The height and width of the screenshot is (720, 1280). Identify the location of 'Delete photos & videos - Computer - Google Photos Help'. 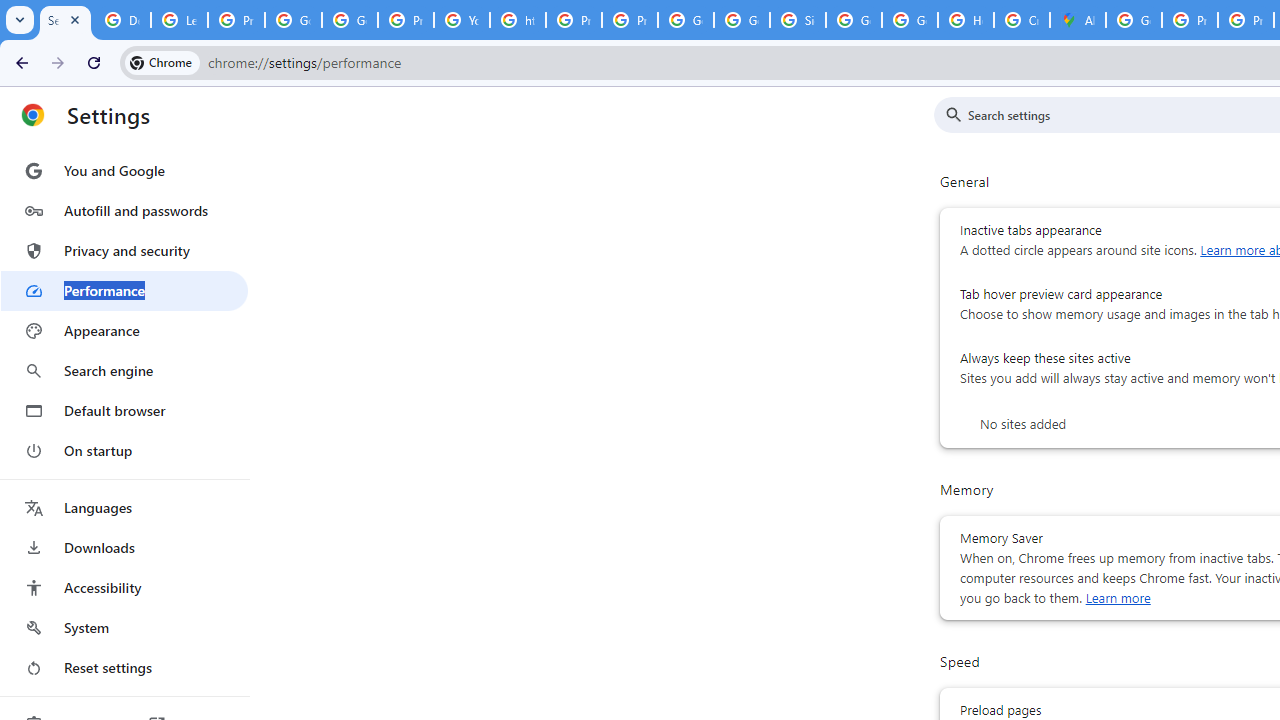
(121, 20).